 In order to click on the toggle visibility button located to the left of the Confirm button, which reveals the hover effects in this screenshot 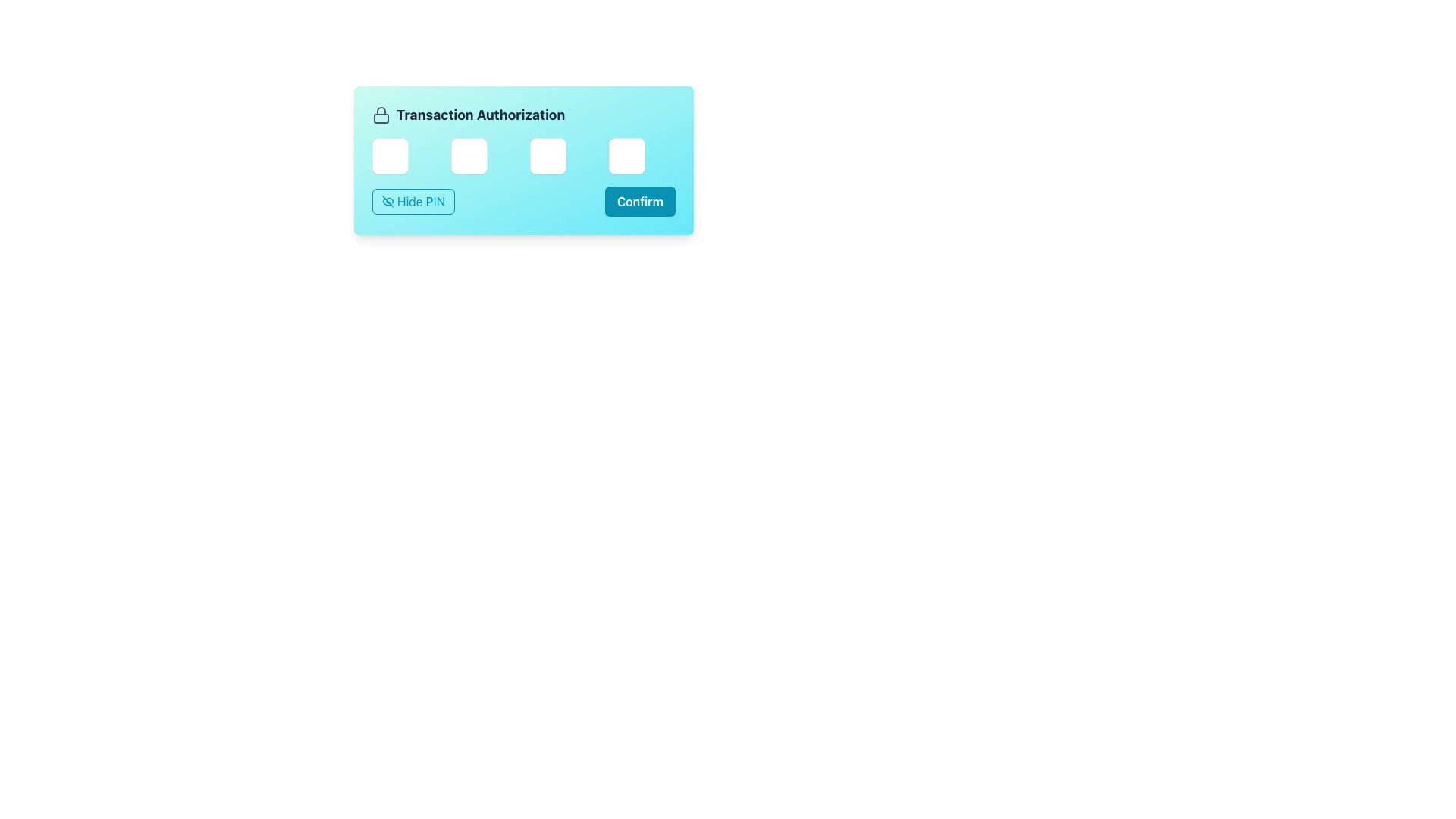, I will do `click(413, 201)`.